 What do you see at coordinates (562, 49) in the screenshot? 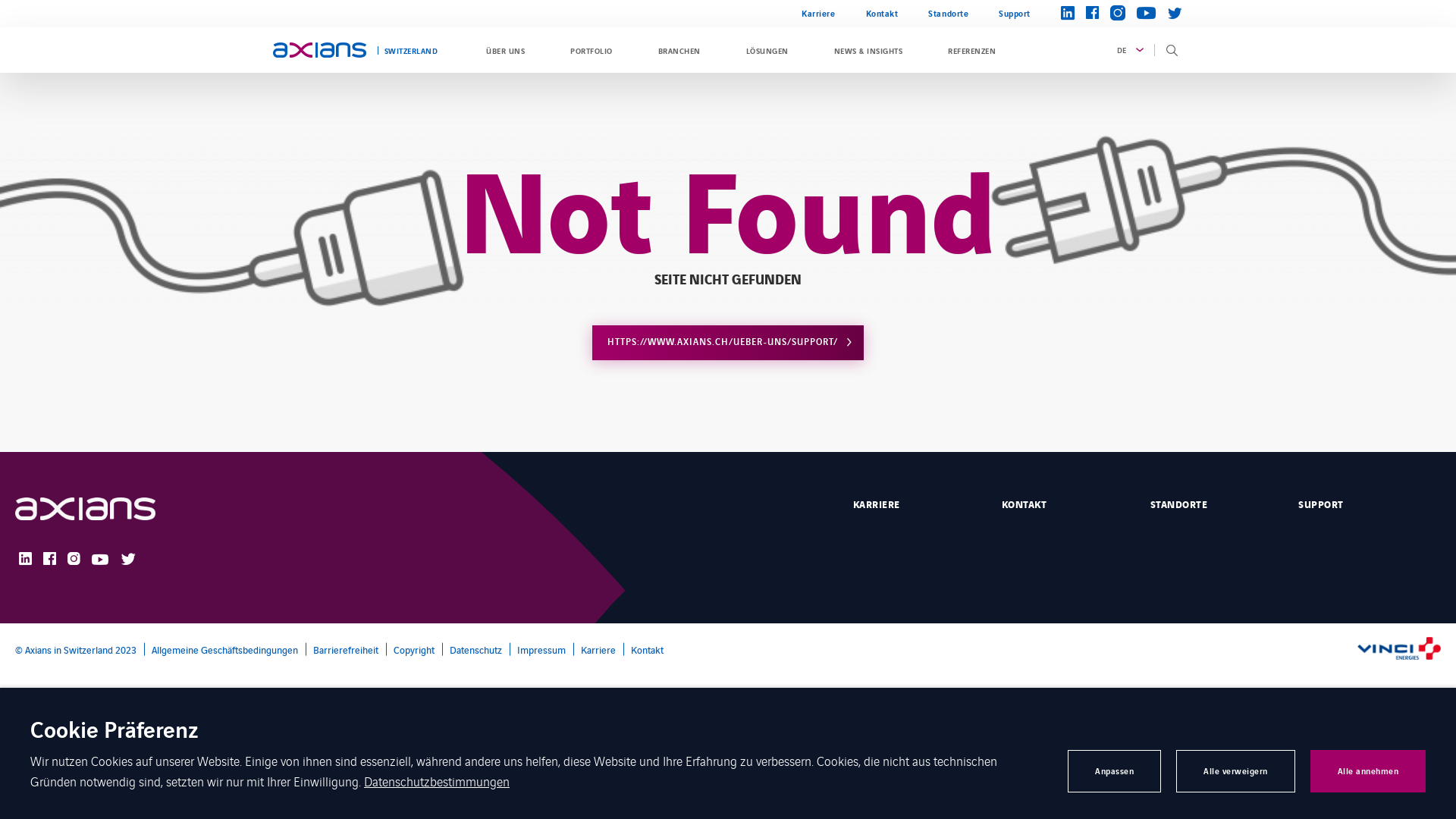
I see `'PORTFOLIO'` at bounding box center [562, 49].